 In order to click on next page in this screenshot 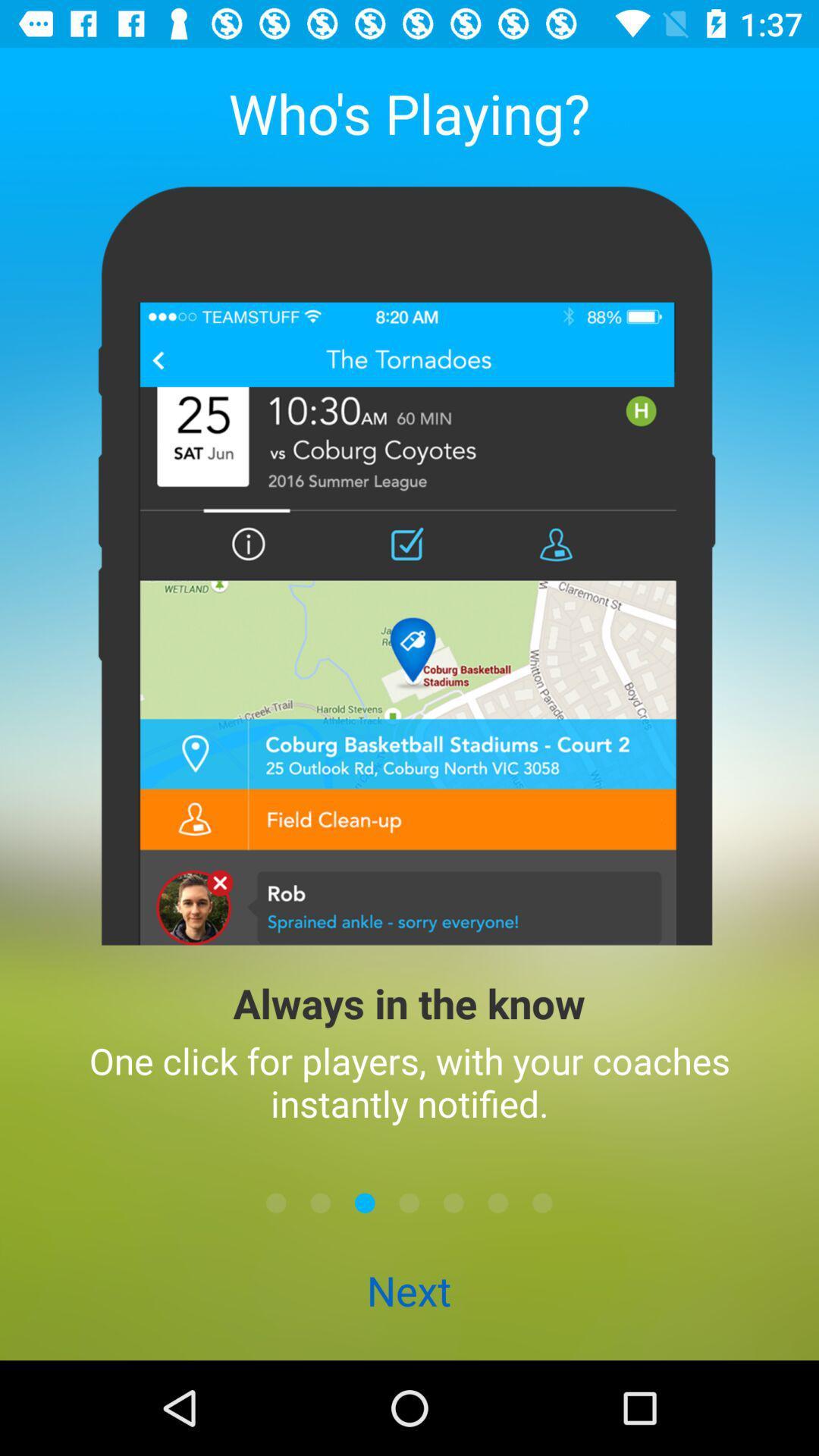, I will do `click(409, 1202)`.